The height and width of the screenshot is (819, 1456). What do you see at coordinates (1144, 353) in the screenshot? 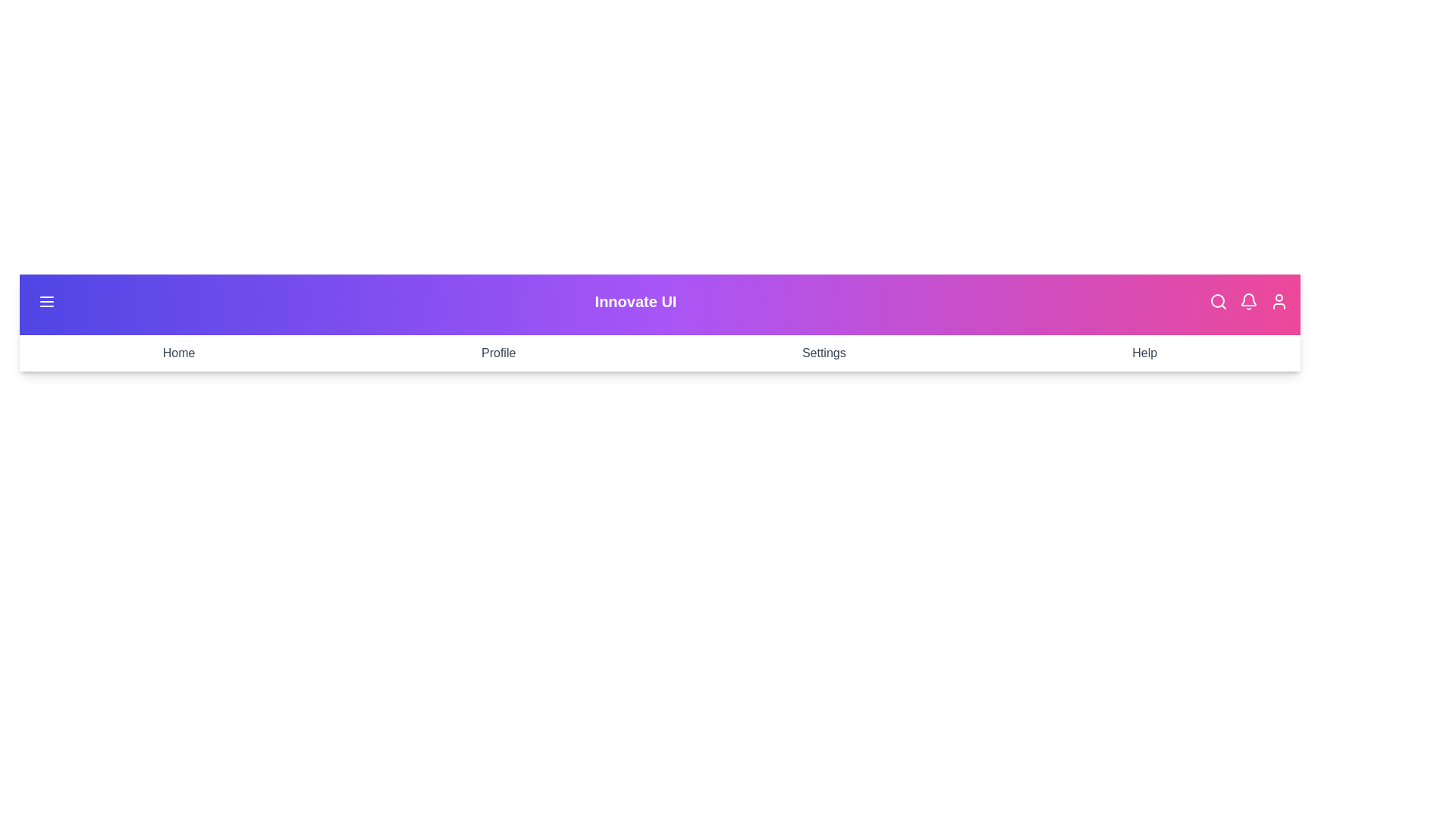
I see `the menu item labeled Help to navigate to the corresponding section` at bounding box center [1144, 353].